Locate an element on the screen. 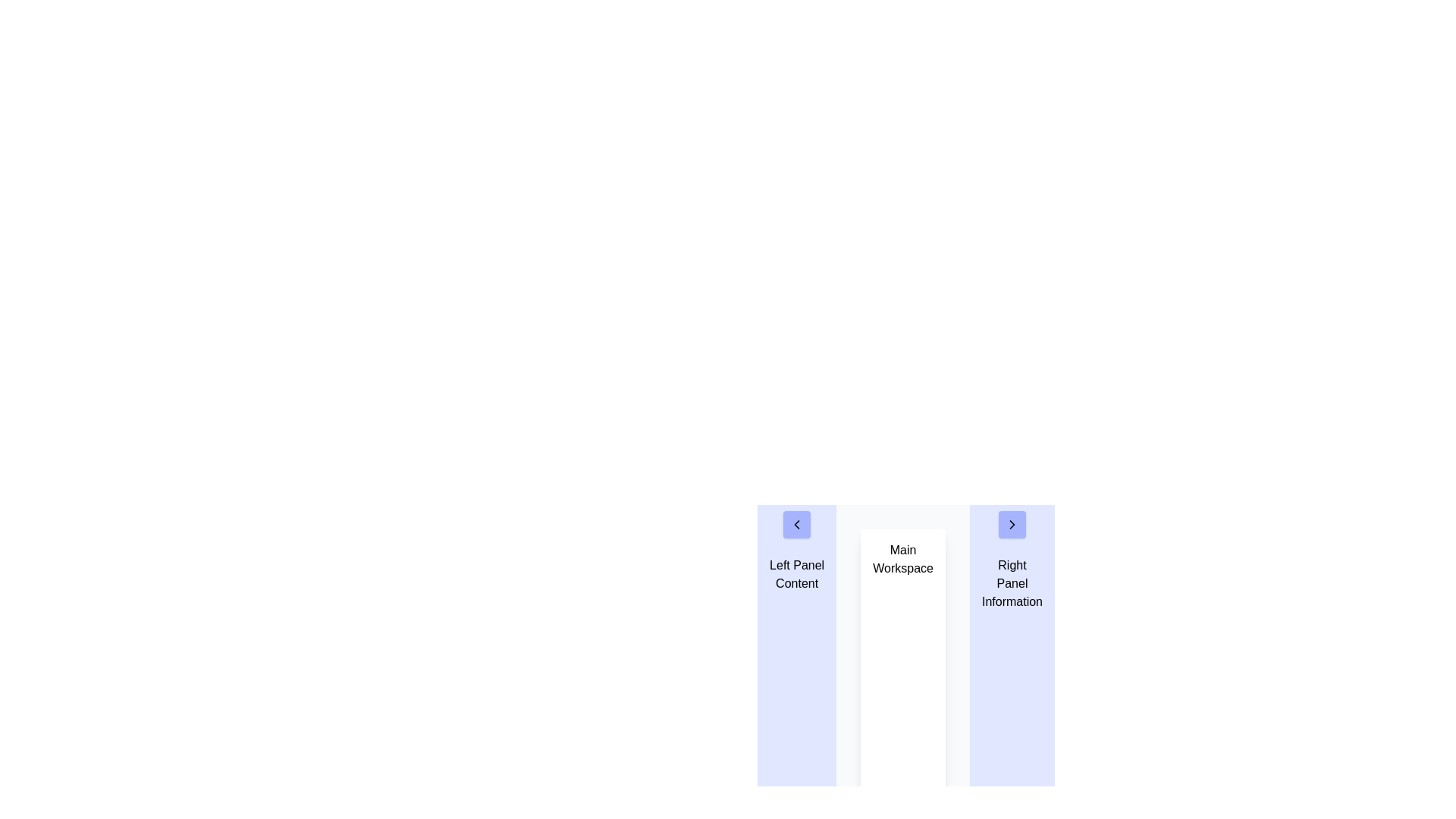  the informational header or title text block located in the upper portion of the right panel, which provides context for this section is located at coordinates (1012, 583).